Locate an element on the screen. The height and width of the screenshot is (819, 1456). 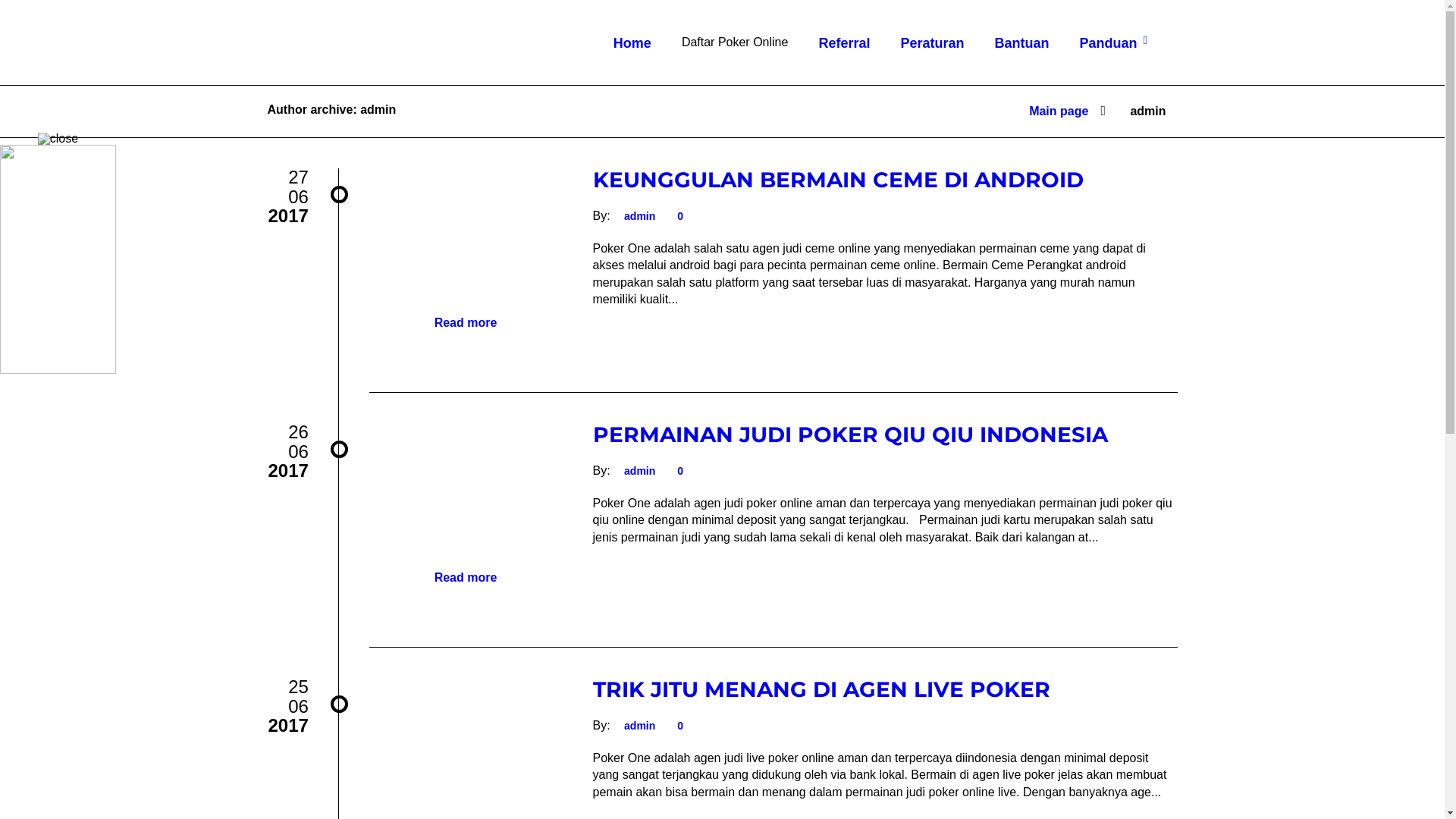
'0' is located at coordinates (677, 216).